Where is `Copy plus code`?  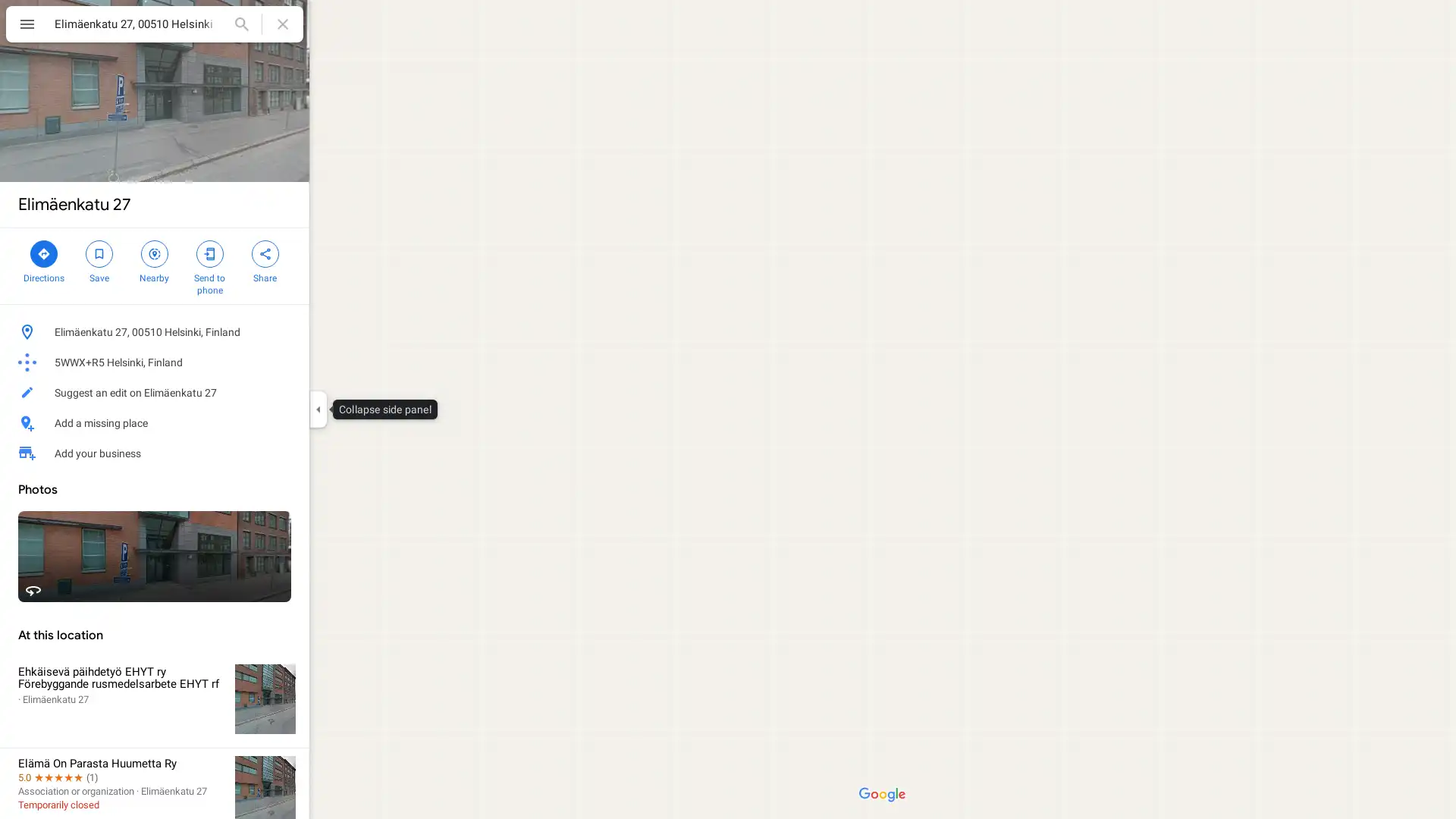
Copy plus code is located at coordinates (249, 362).